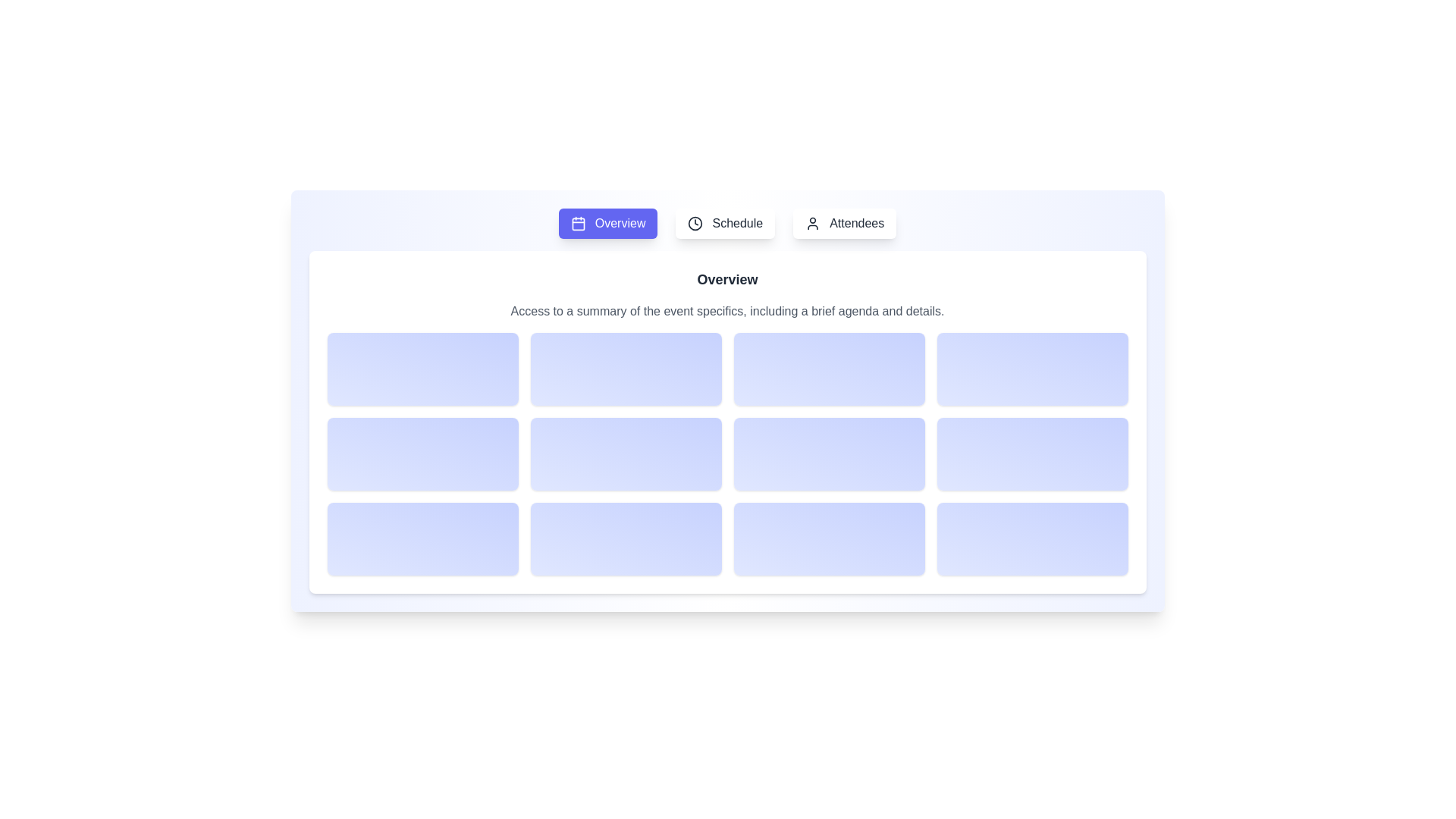 This screenshot has height=819, width=1456. I want to click on the tab labeled Attendees to view its content, so click(844, 223).